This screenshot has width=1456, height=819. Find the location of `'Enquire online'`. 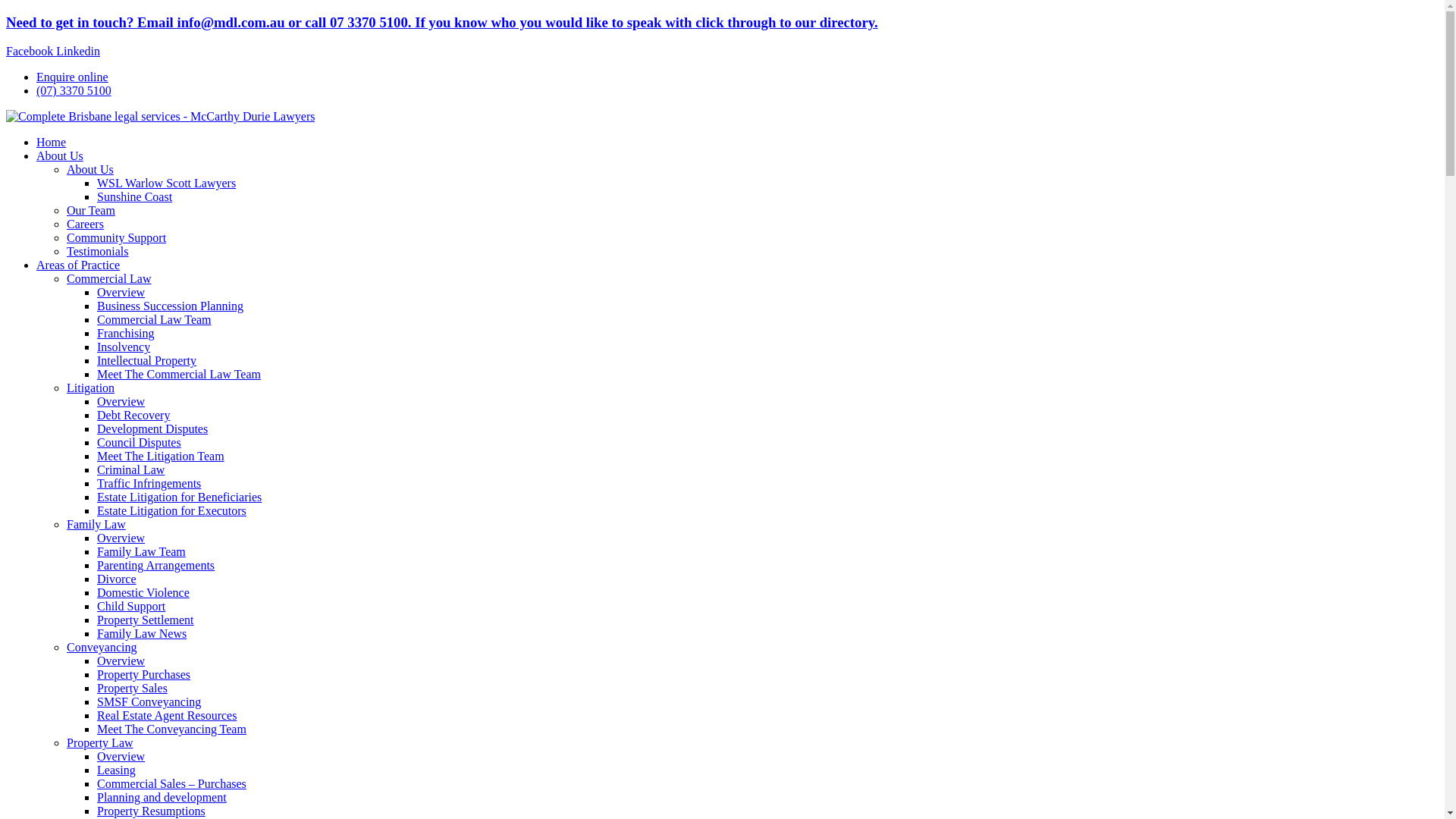

'Enquire online' is located at coordinates (36, 77).